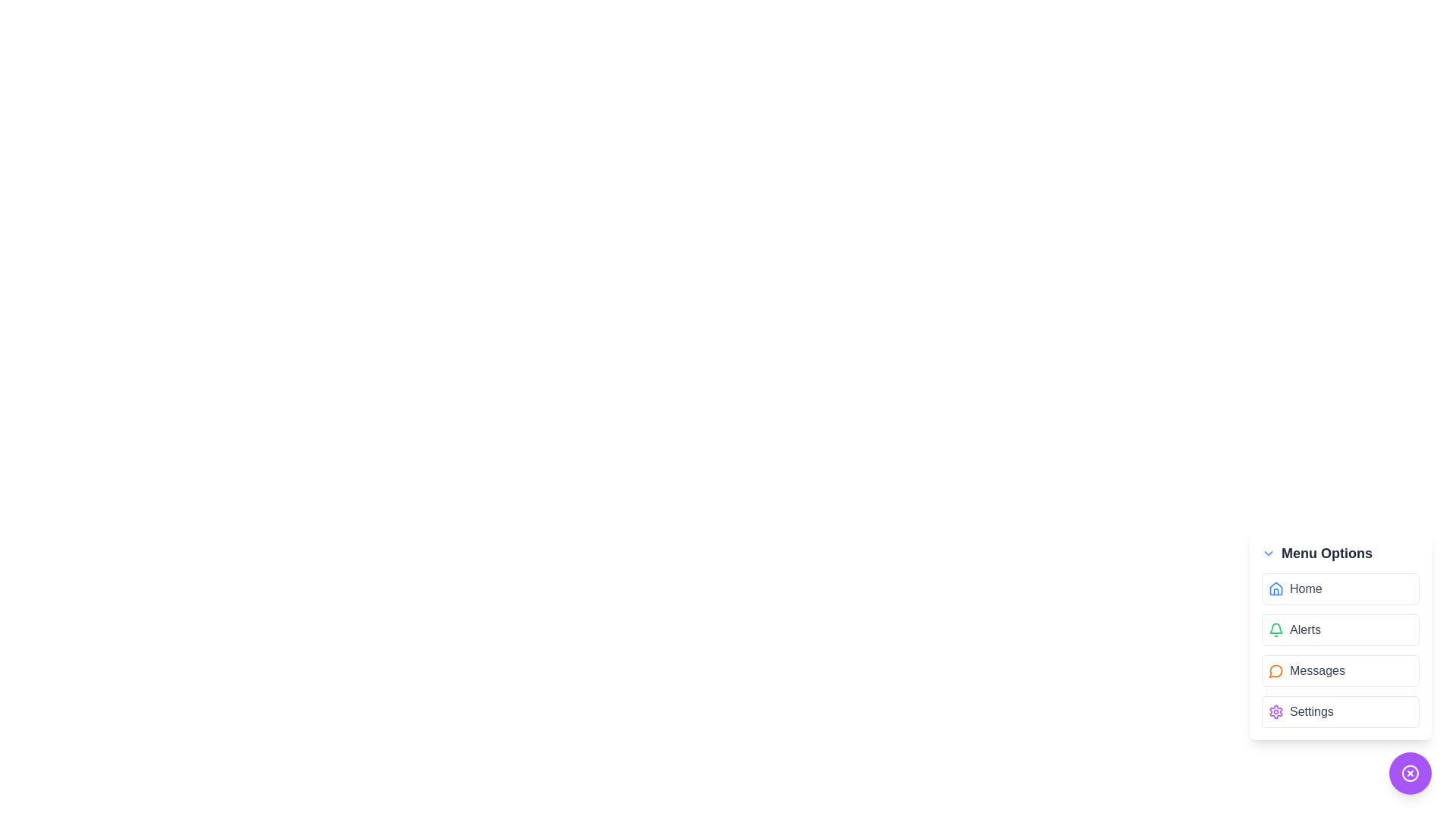 This screenshot has width=1456, height=819. Describe the element at coordinates (1340, 711) in the screenshot. I see `the navigational button for 'Settings' located as the last item under 'Menu Options'` at that location.